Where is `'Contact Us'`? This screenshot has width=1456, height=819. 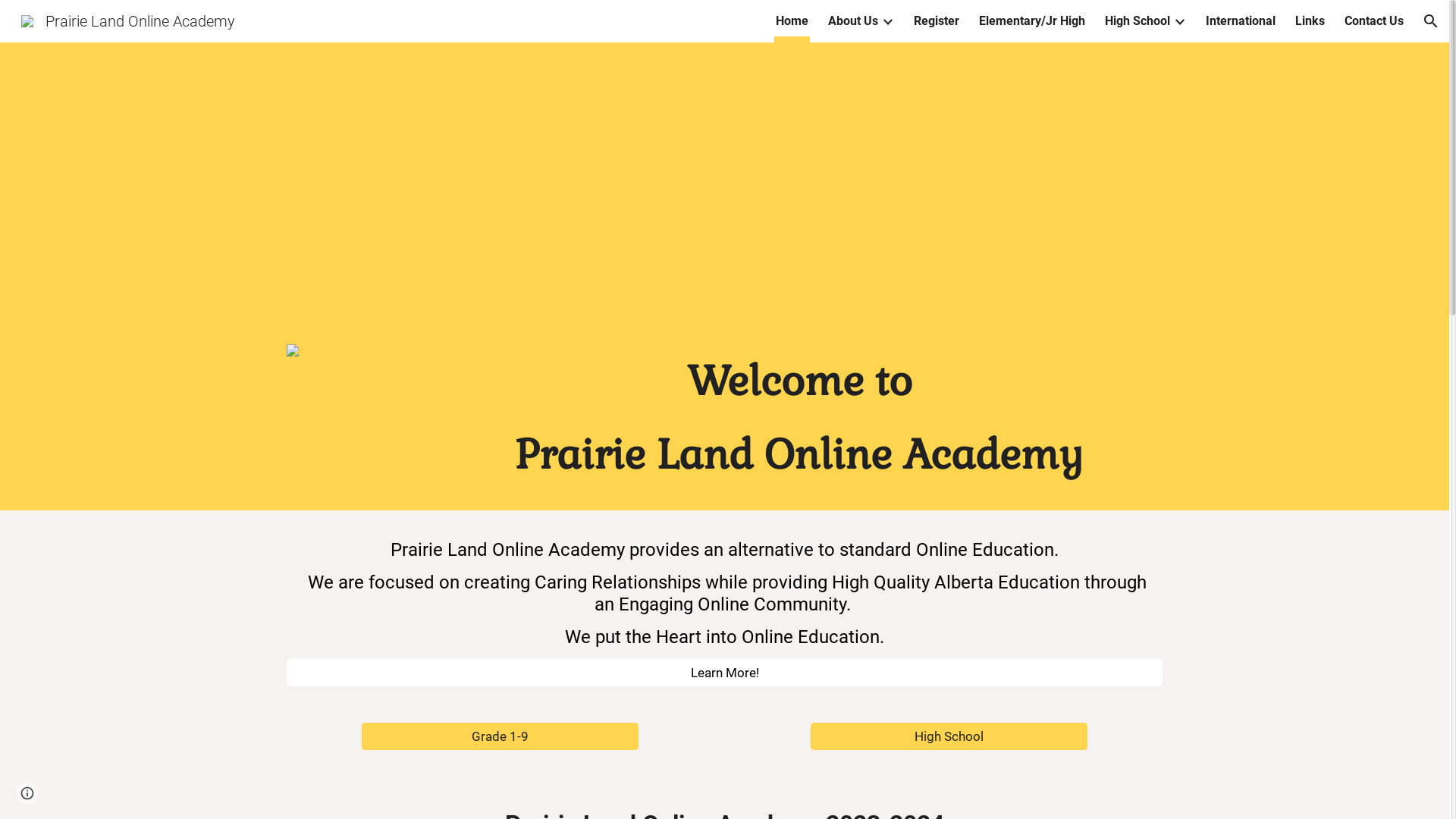 'Contact Us' is located at coordinates (1374, 20).